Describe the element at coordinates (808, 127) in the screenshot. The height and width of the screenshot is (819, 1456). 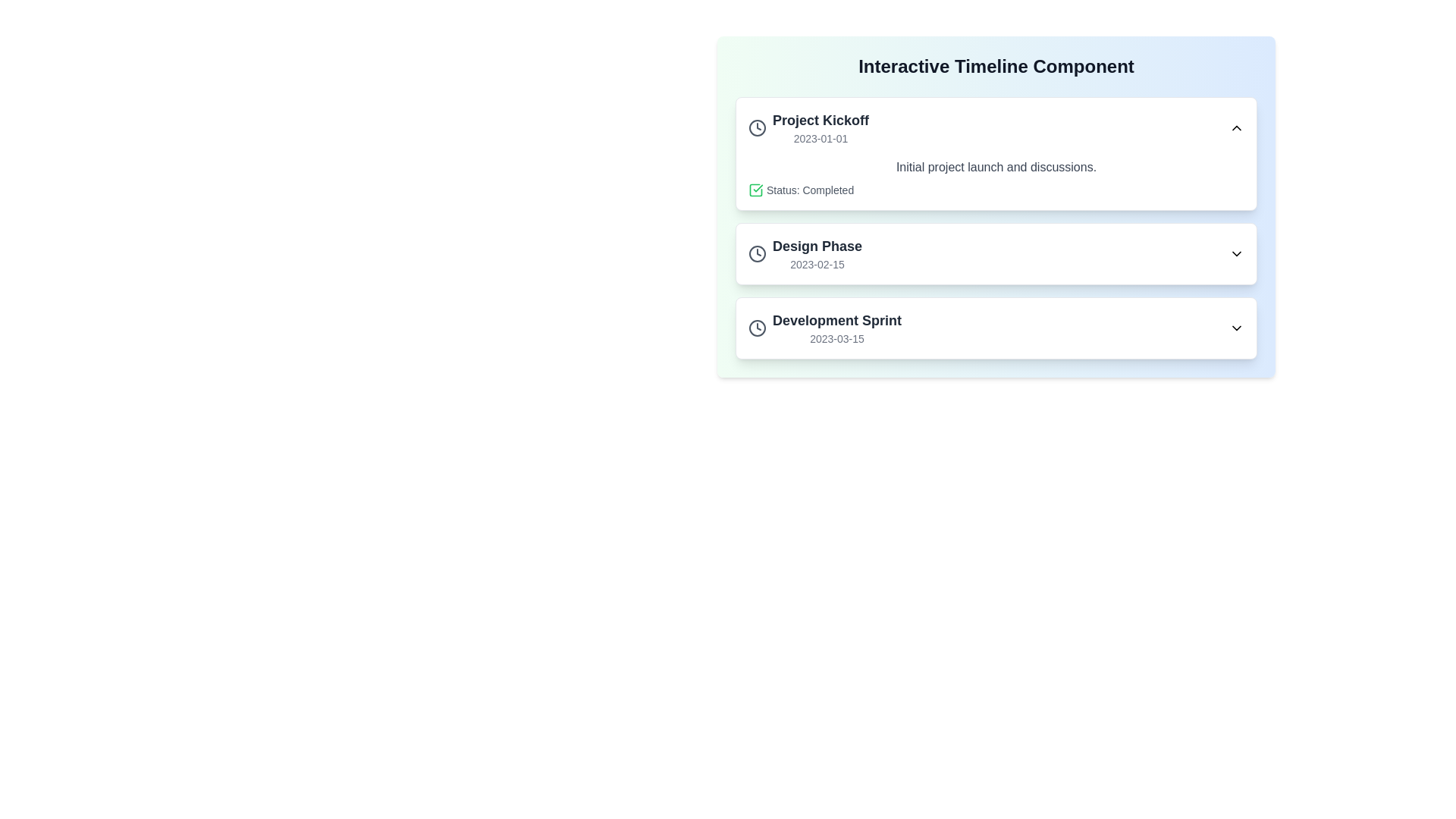
I see `the first Timeline Entry labeled 'Project Kickoff'` at that location.